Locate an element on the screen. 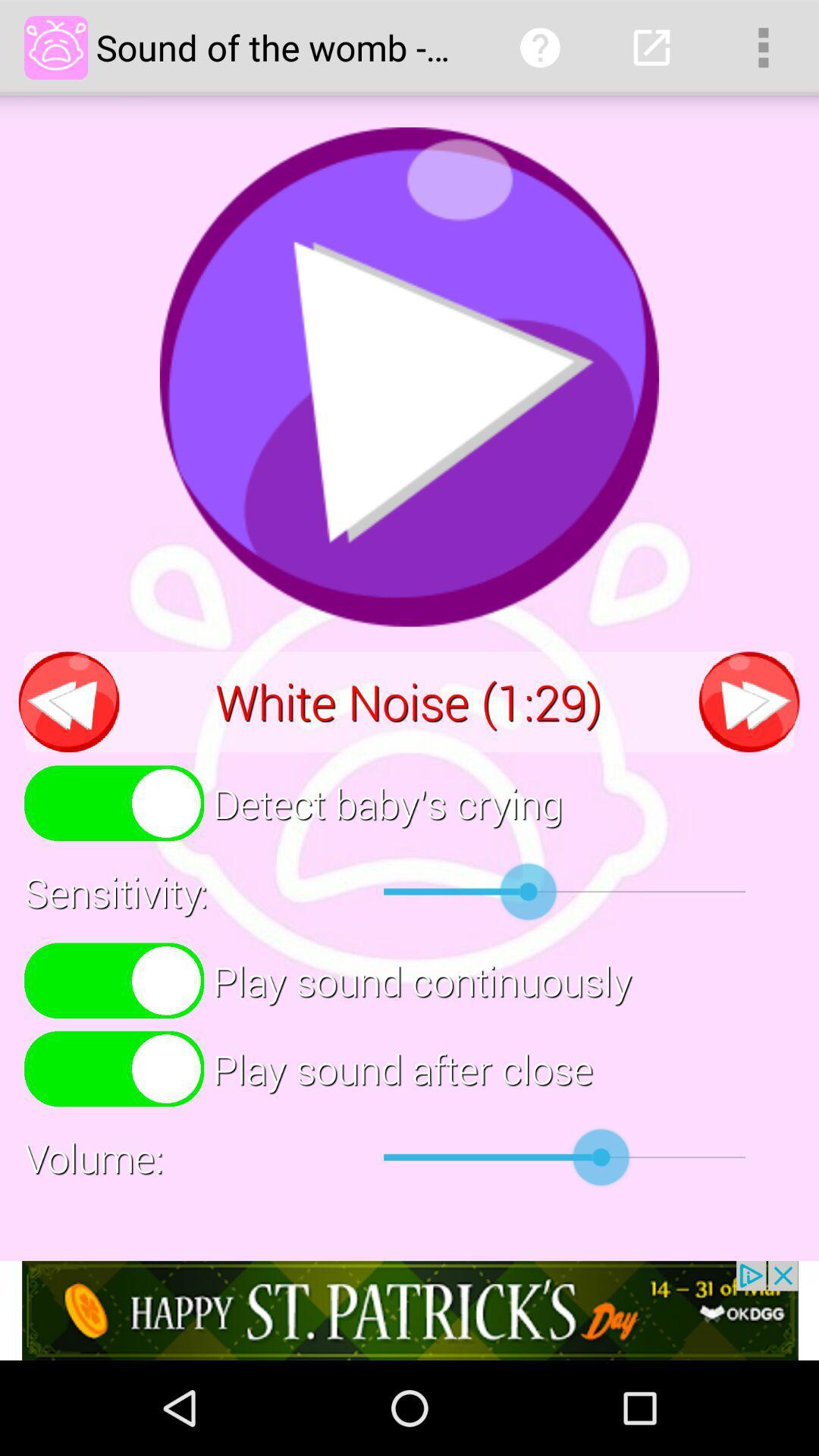 Image resolution: width=819 pixels, height=1456 pixels. next page is located at coordinates (748, 701).